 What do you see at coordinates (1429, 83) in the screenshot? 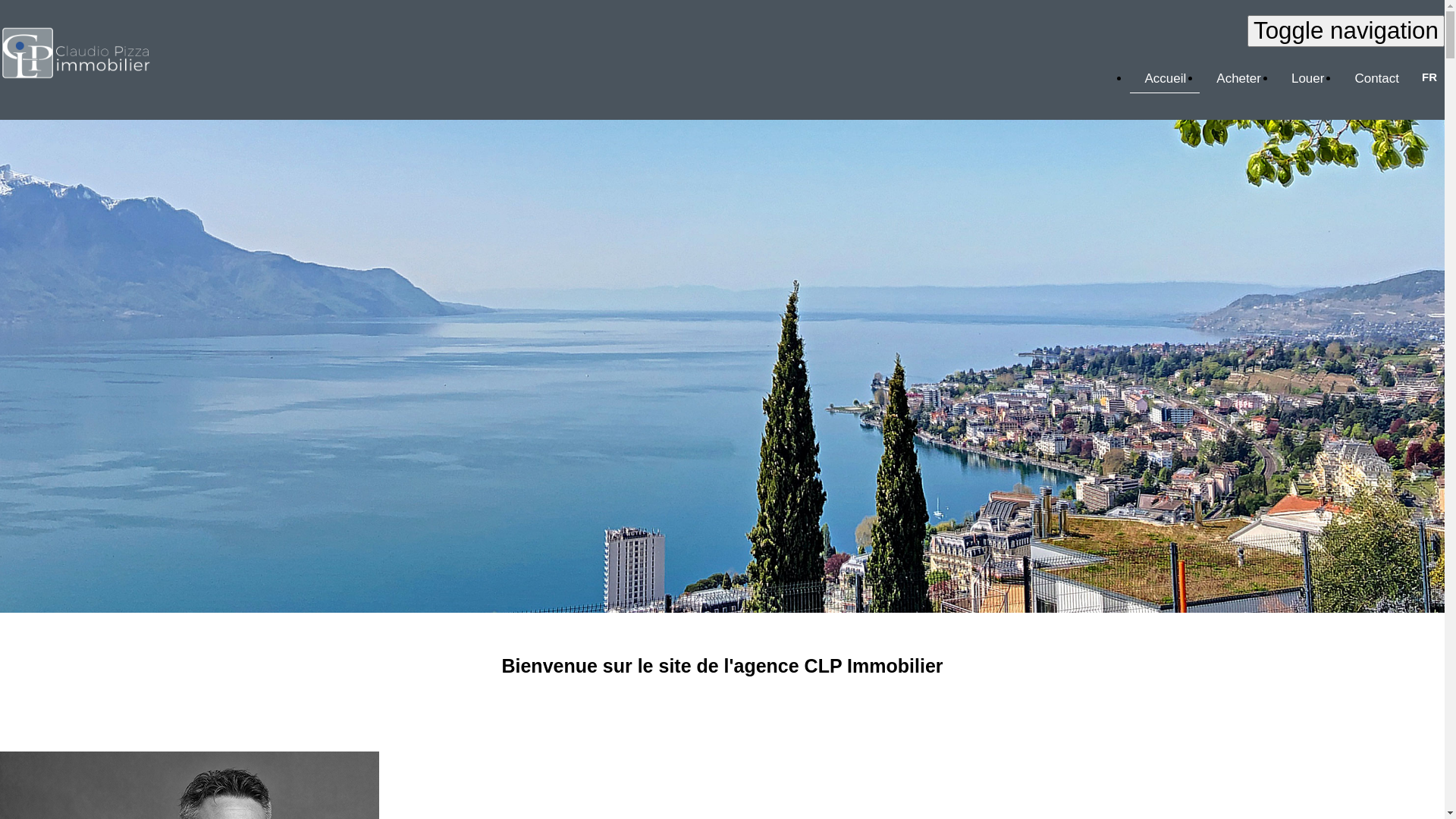
I see `'FR'` at bounding box center [1429, 83].